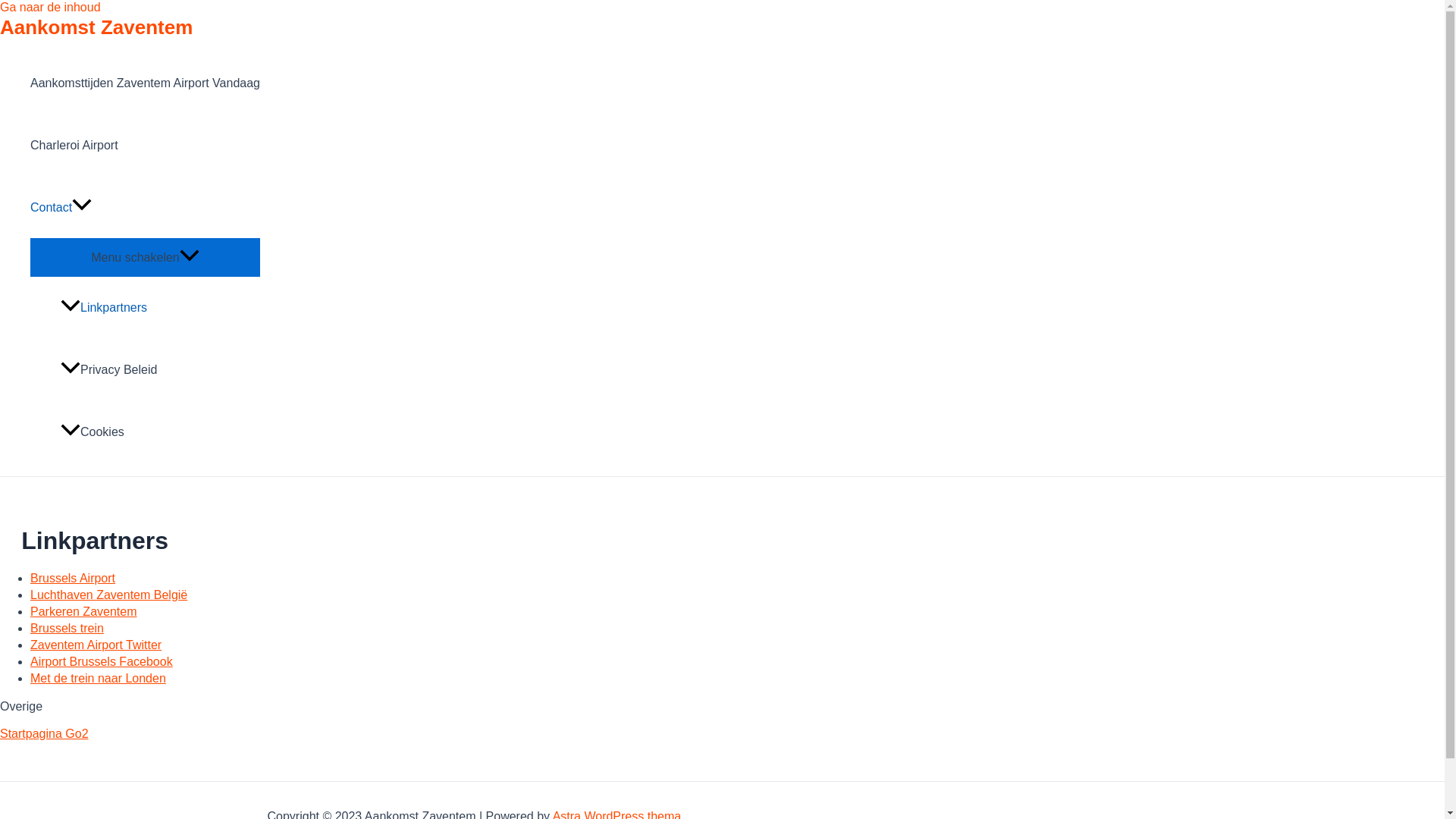 Image resolution: width=1456 pixels, height=819 pixels. What do you see at coordinates (83, 610) in the screenshot?
I see `'Parkeren Zaventem'` at bounding box center [83, 610].